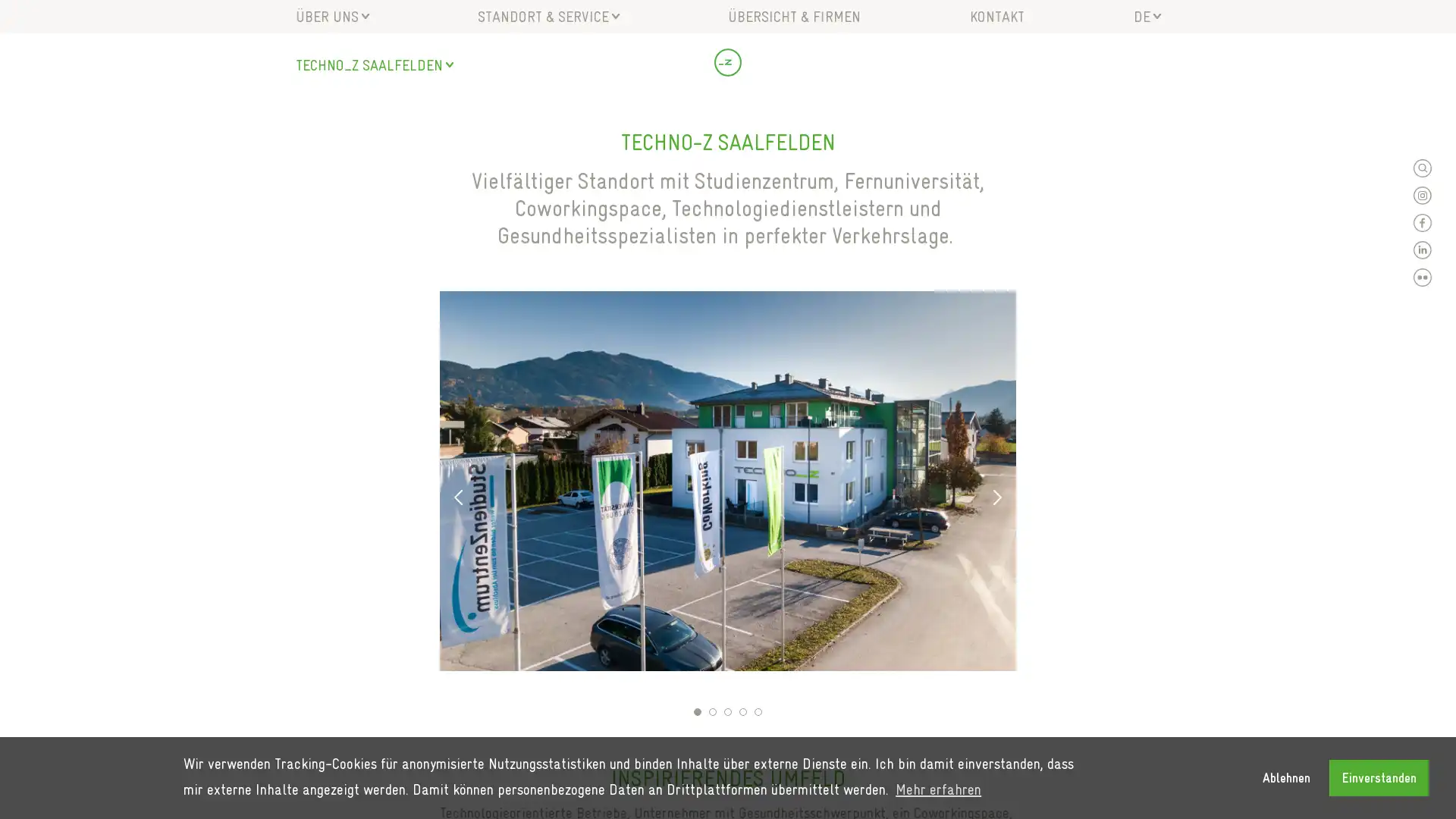 The width and height of the screenshot is (1456, 819). I want to click on Previous, so click(457, 497).